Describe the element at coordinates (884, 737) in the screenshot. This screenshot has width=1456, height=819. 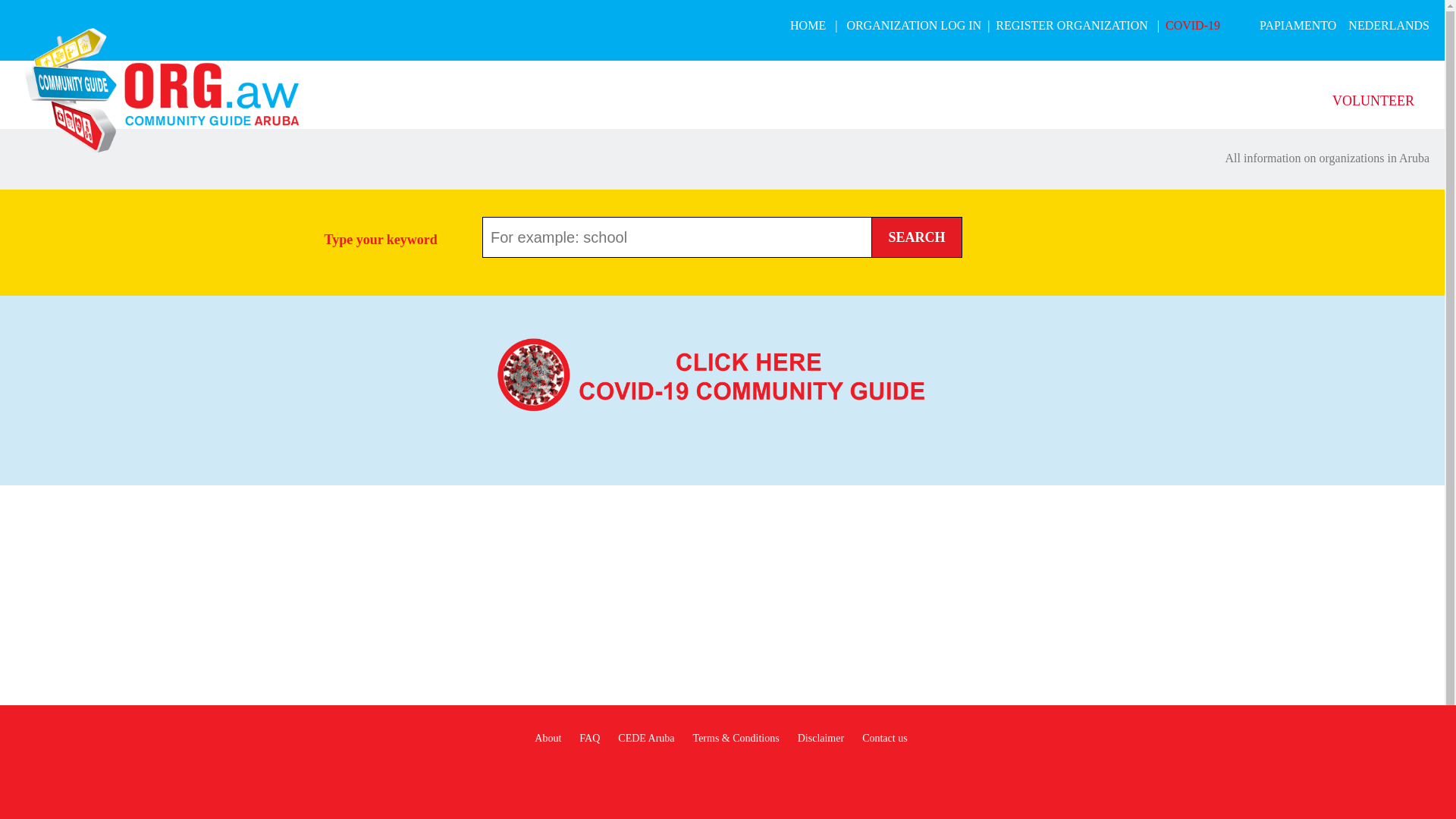
I see `'Contact us'` at that location.